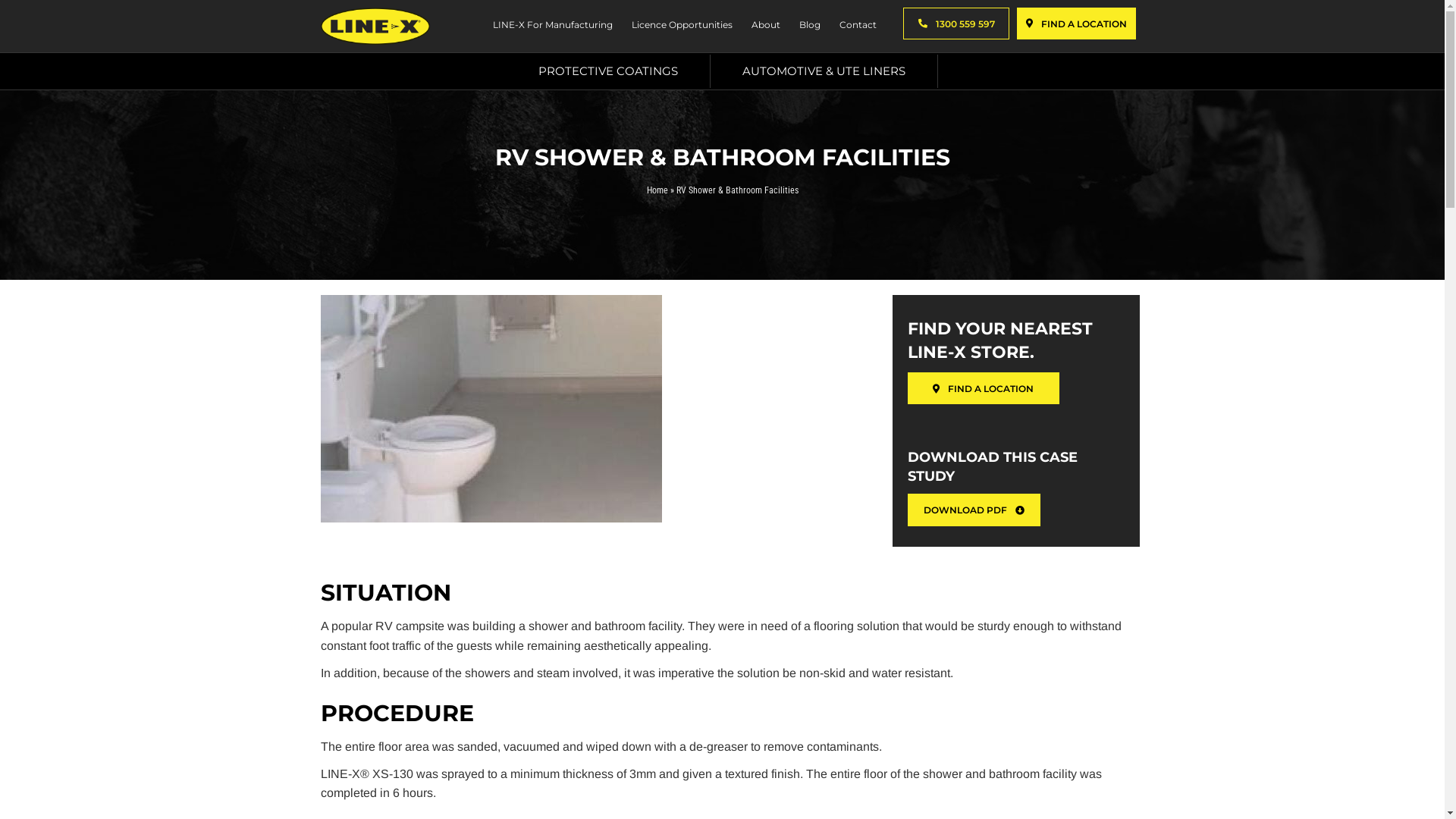  What do you see at coordinates (375, 26) in the screenshot?
I see `'Line-X-Logo'` at bounding box center [375, 26].